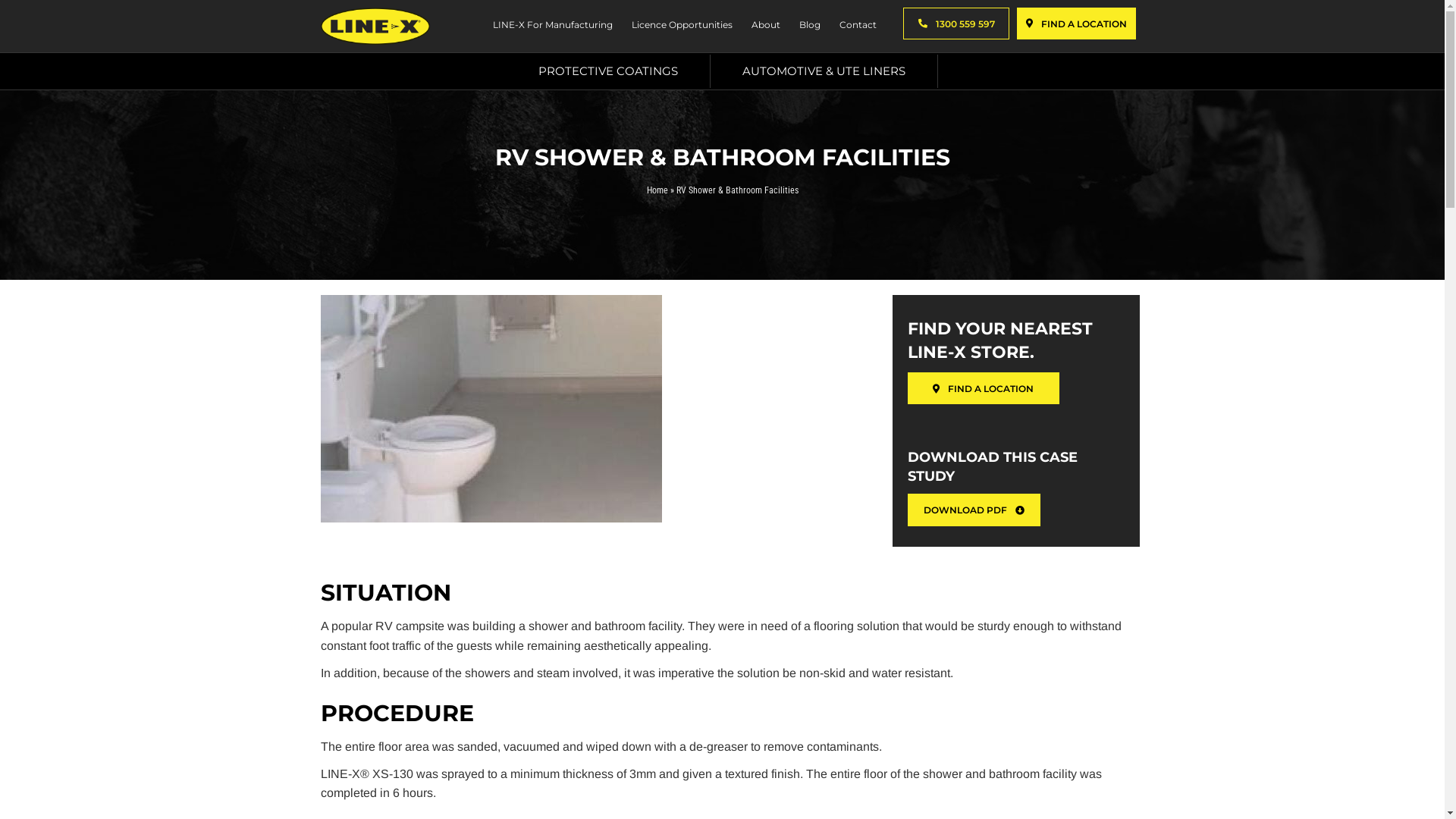  What do you see at coordinates (375, 26) in the screenshot?
I see `'Line-X-Logo'` at bounding box center [375, 26].